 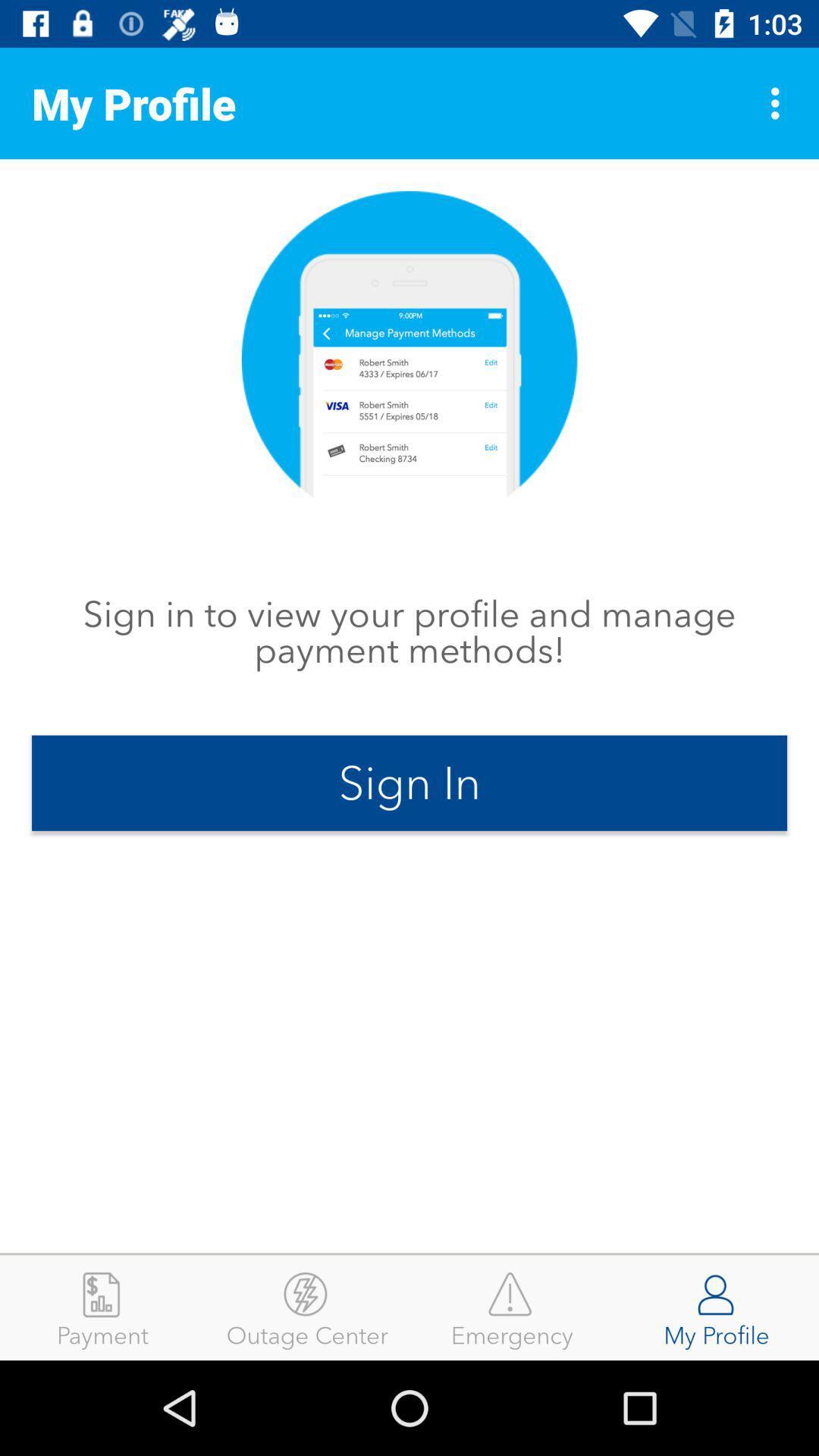 I want to click on the icon to the left of the emergency item, so click(x=307, y=1307).